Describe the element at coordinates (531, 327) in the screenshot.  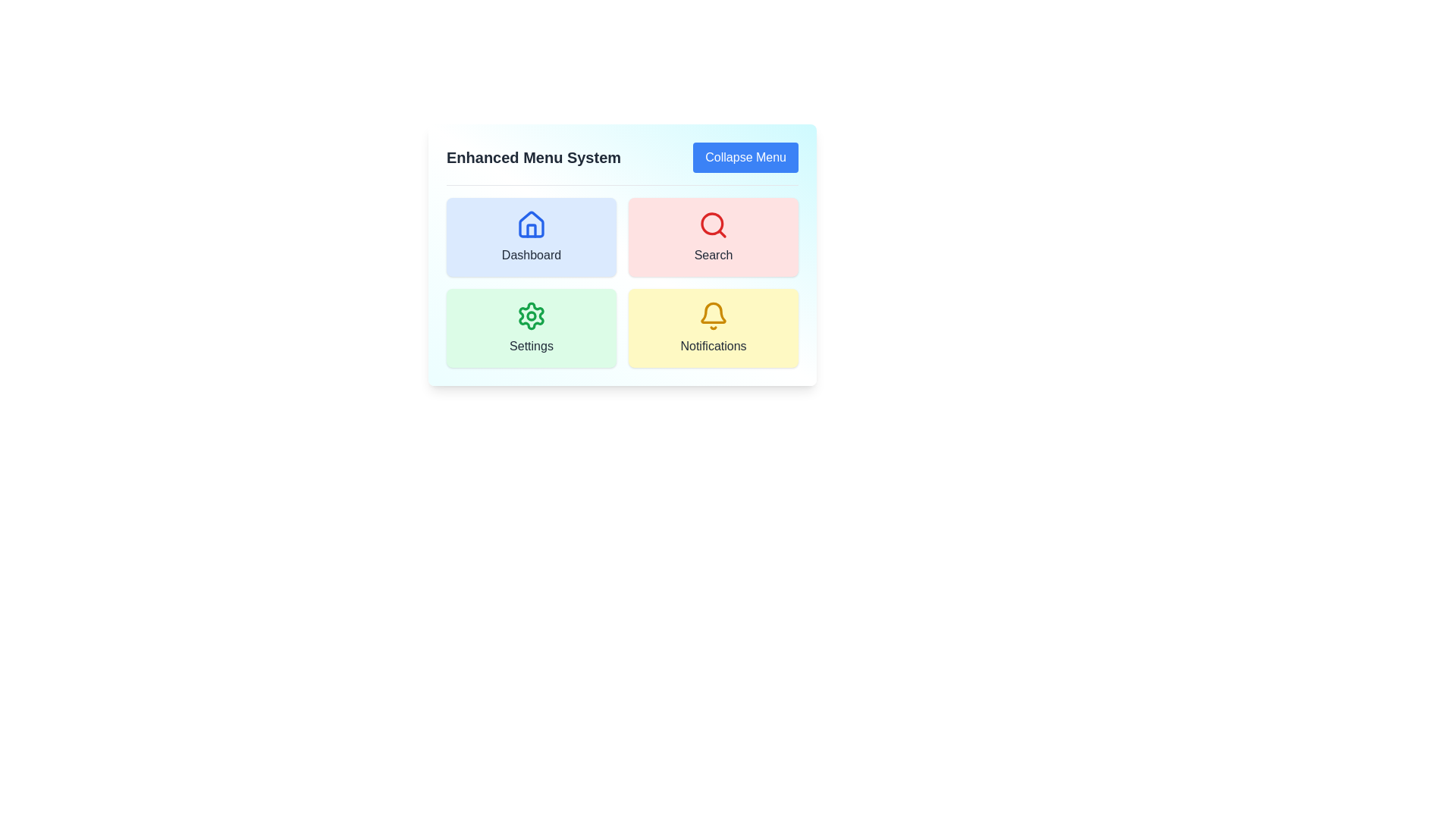
I see `the settings navigation button located in the bottom left corner of the 2x2 grid layout` at that location.